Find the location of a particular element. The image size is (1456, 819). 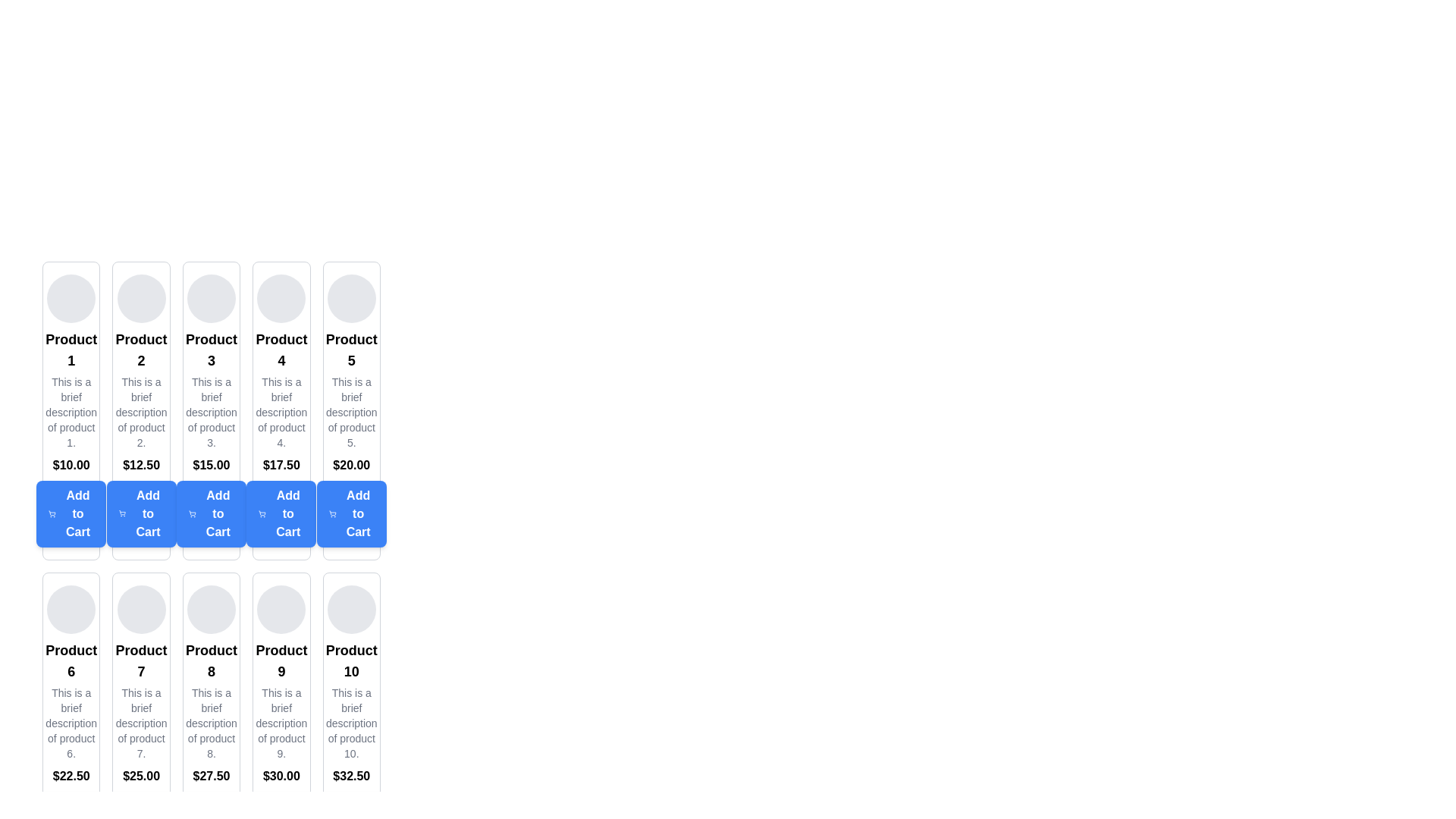

the text label that serves as the title for the fifth product card in the first row of the grid layout, positioned below the circular image and above the product description is located at coordinates (350, 350).